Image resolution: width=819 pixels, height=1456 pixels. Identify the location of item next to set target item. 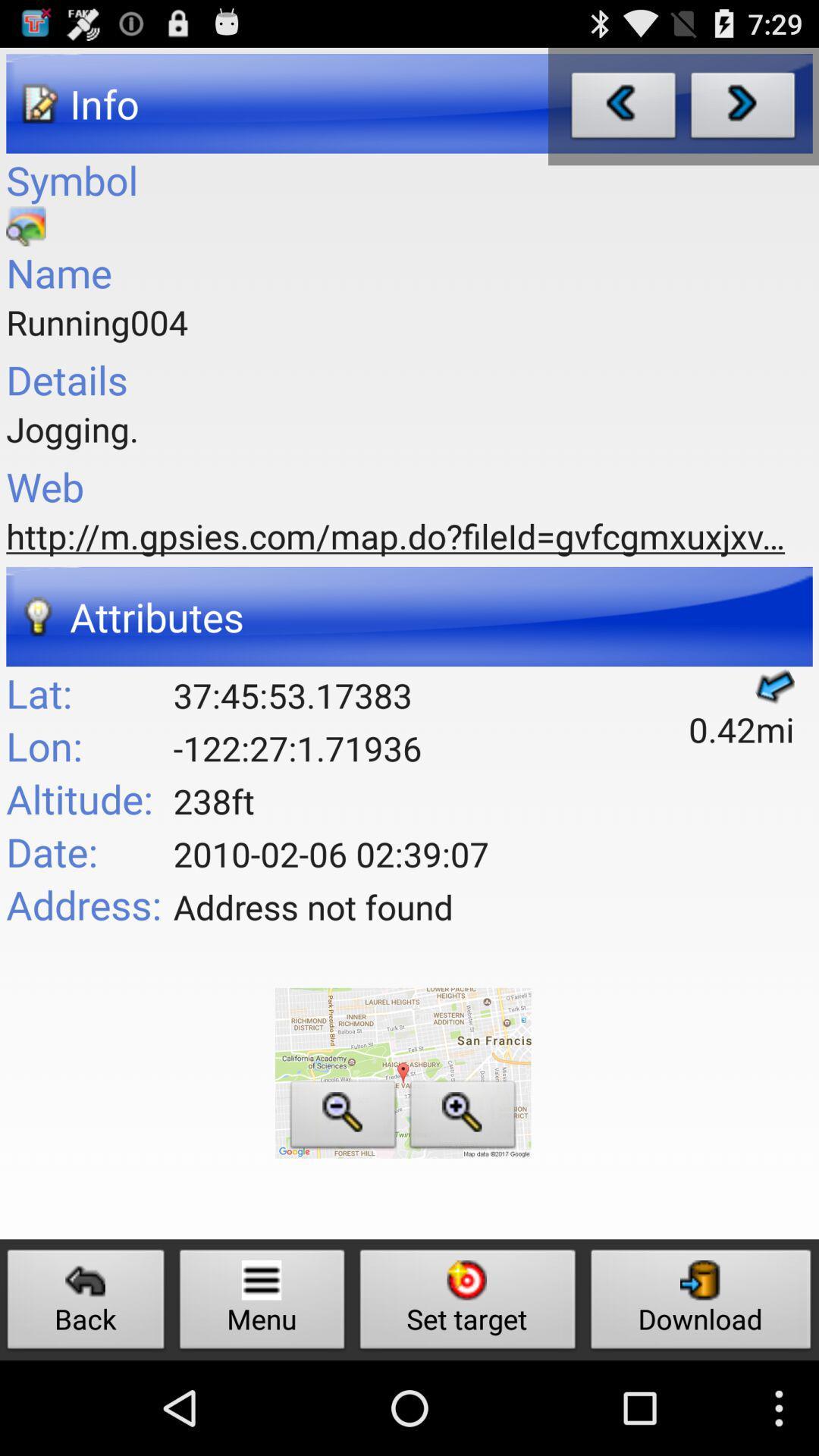
(701, 1303).